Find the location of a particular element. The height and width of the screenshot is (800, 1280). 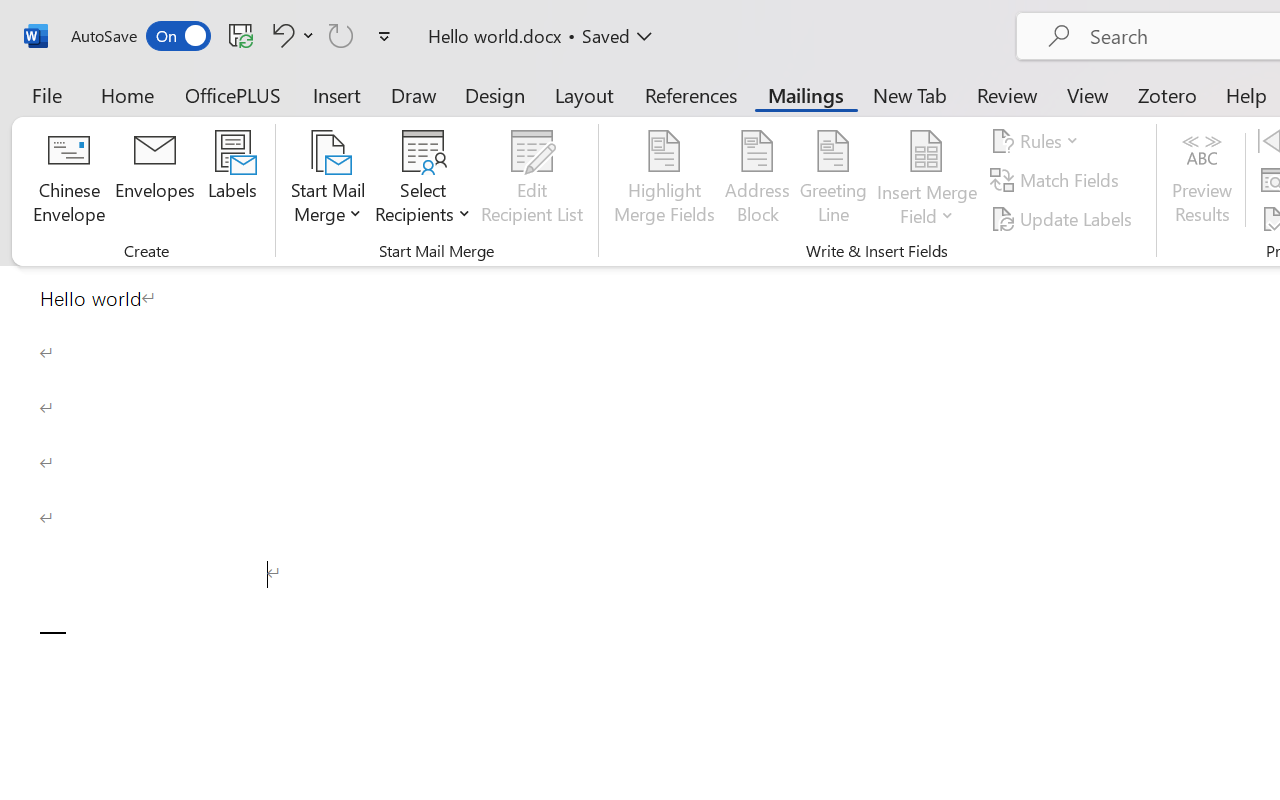

'Start Mail Merge' is located at coordinates (328, 179).